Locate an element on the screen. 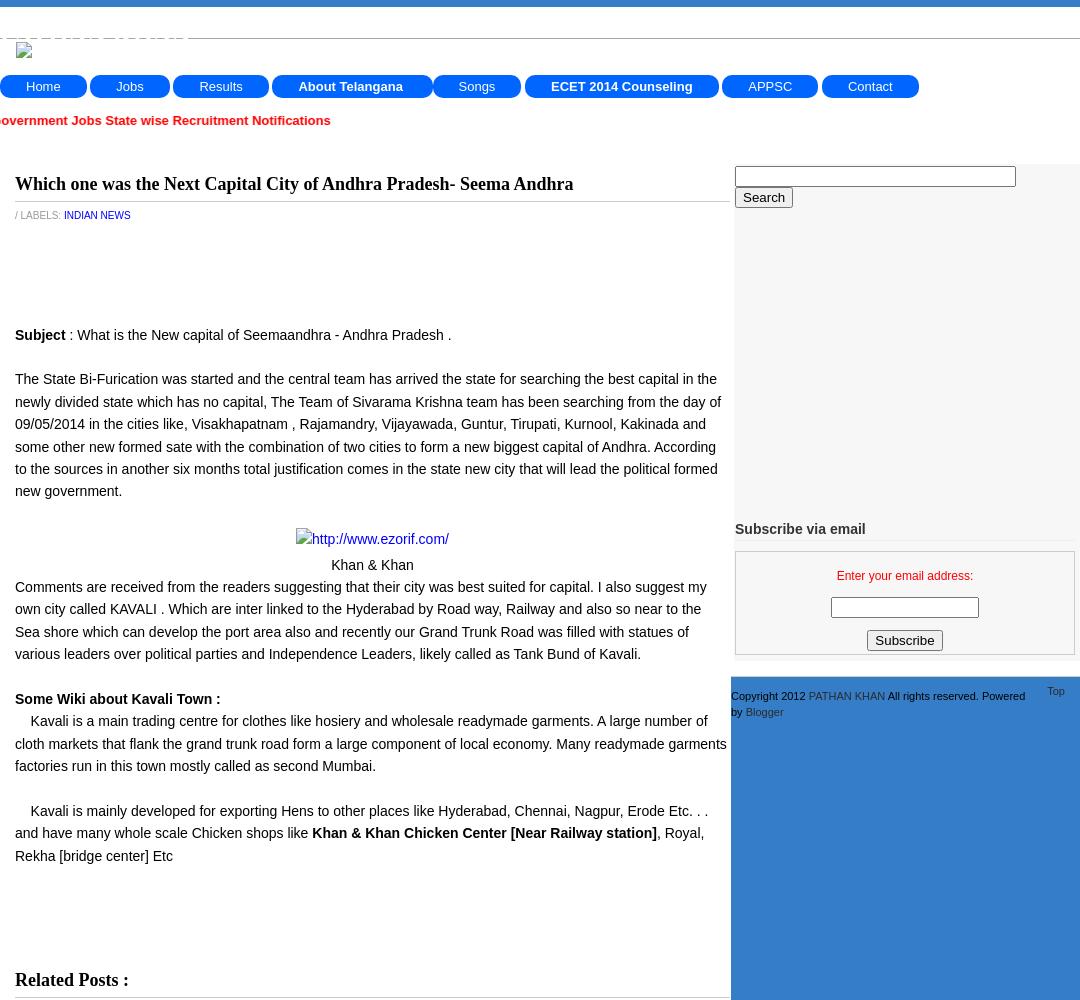 The image size is (1080, 1000). 'The State Bi-Furication was started and the central team has arrived the state for searching the best capital in the newly divided state which has no capital, The Team of Sivarama Krishna team has been searching from the day of 09/05/2014 in the cities like, Visakhapatnam , Rajamandry, Vijayawada, Guntur, Tirupati, Kurnool, Kakinada and some other new formed sate with the combination of two cities to form a new biggest capital of Andhra. According to the sources in another six months total justification comes in the state new city that will lead the political formed new government.' is located at coordinates (367, 435).